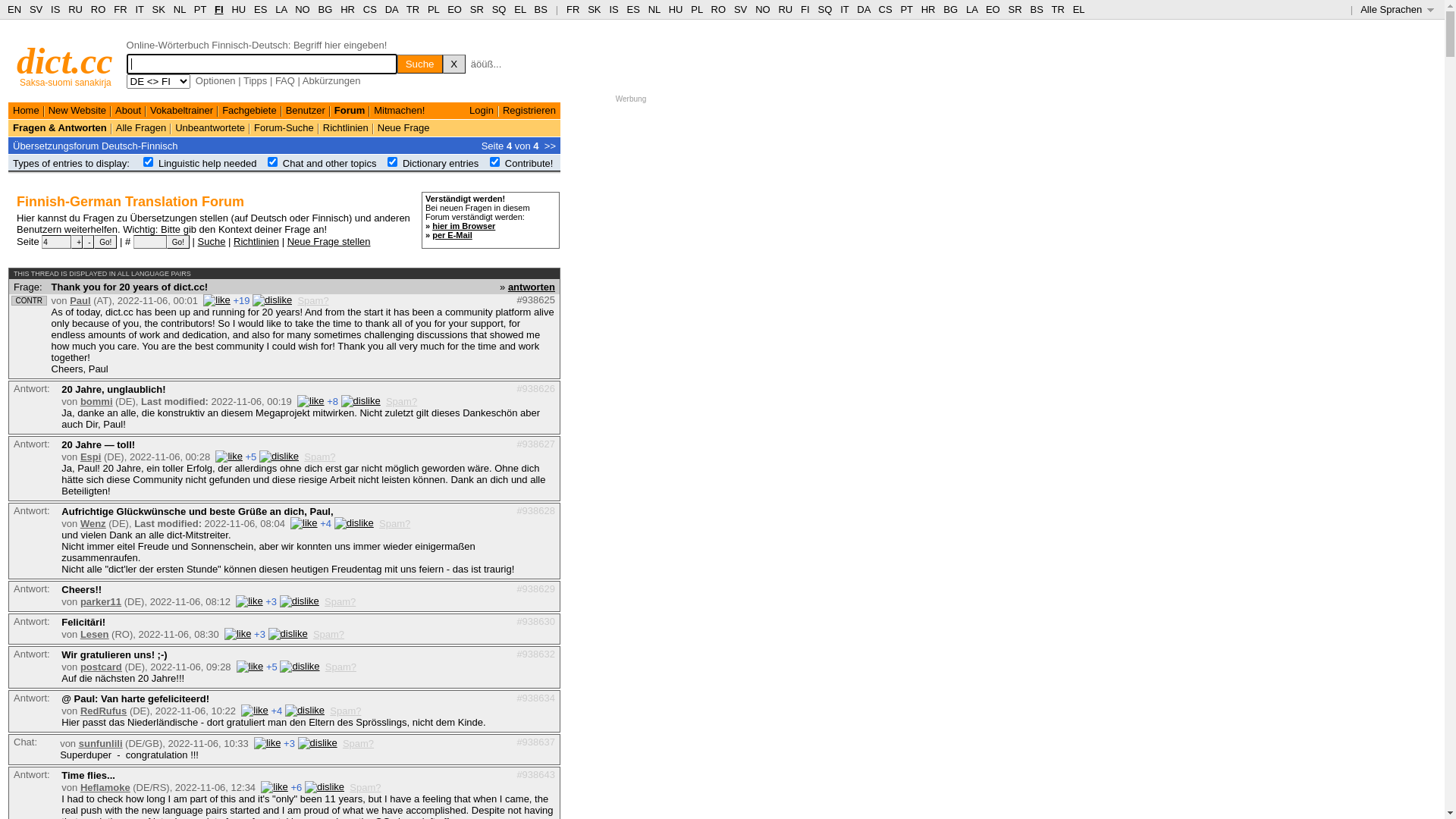 The image size is (1456, 819). Describe the element at coordinates (89, 456) in the screenshot. I see `'Espi'` at that location.